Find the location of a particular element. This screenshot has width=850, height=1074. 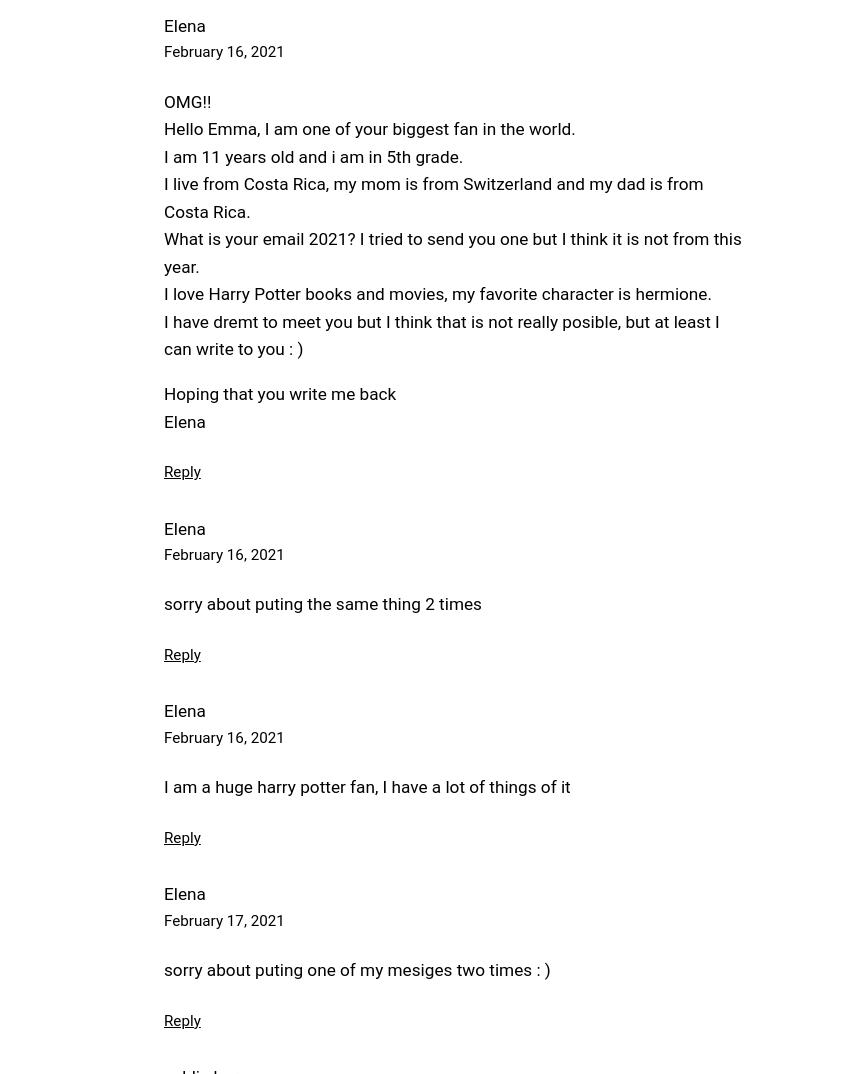

'What is your email 2021? I tried to send you one but I think it is not from this year.' is located at coordinates (451, 251).